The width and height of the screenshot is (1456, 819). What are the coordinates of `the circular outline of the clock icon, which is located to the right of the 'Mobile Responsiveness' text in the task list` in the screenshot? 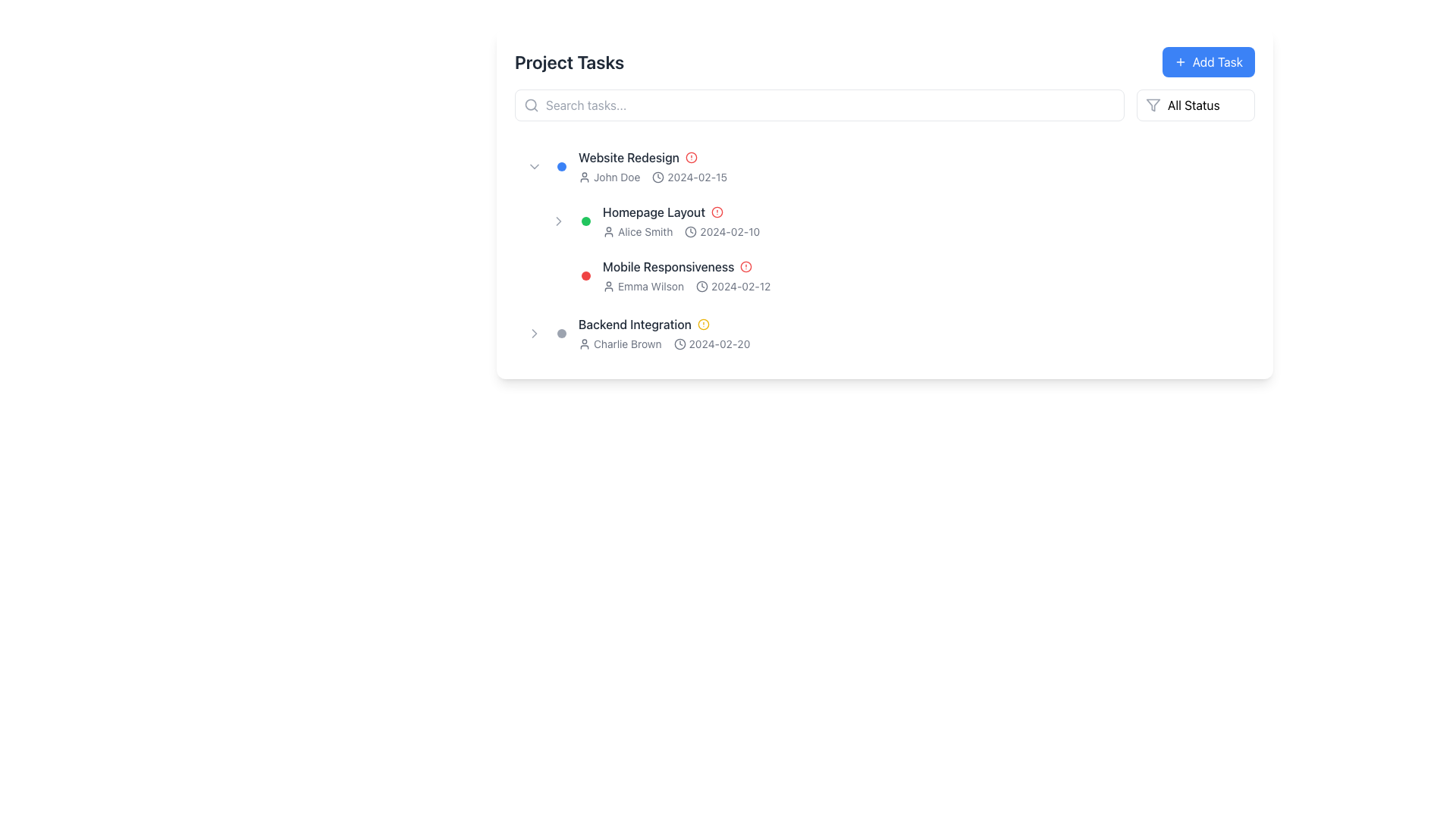 It's located at (679, 344).